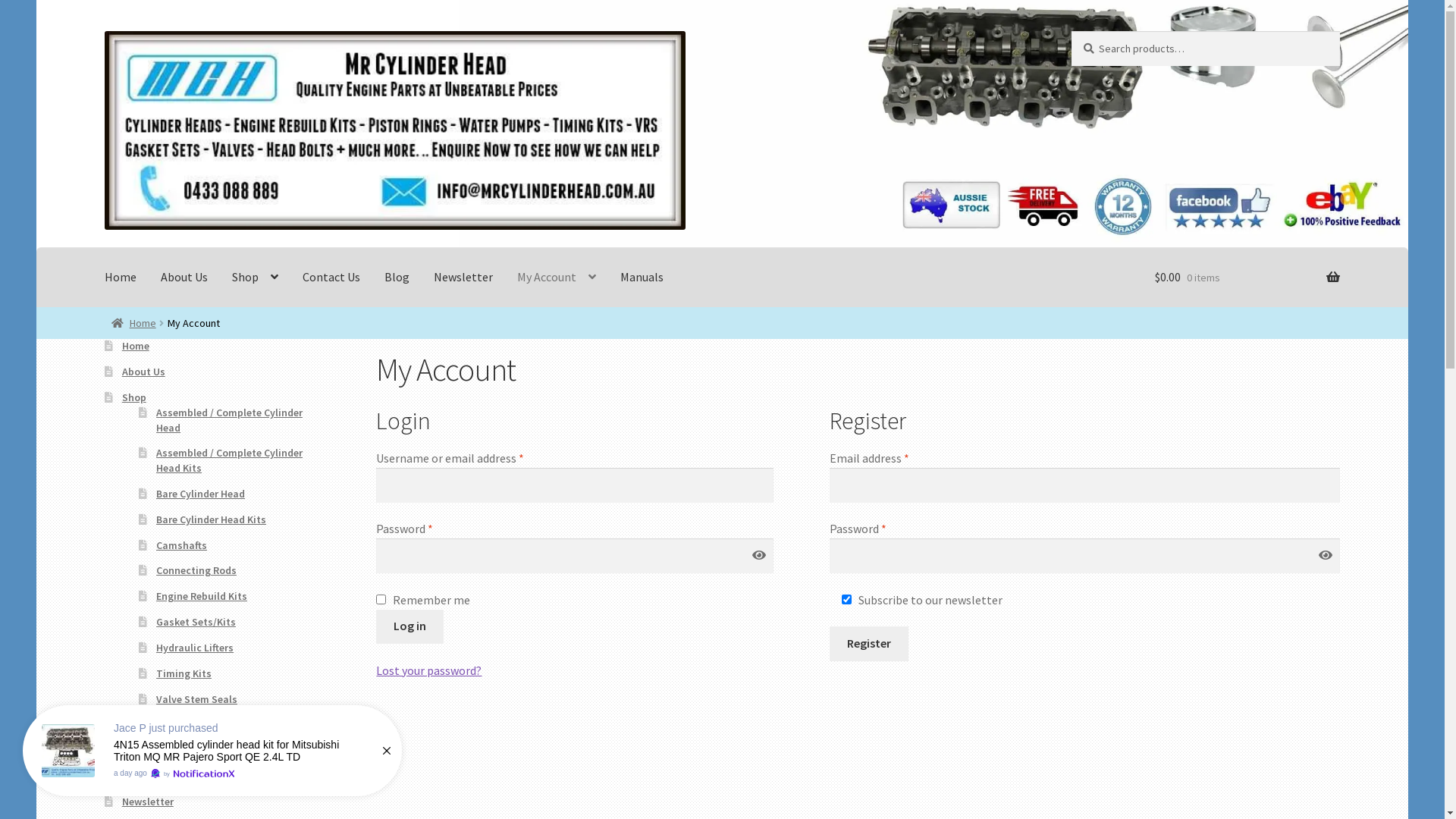 Image resolution: width=1456 pixels, height=819 pixels. What do you see at coordinates (642, 277) in the screenshot?
I see `'Manuals'` at bounding box center [642, 277].